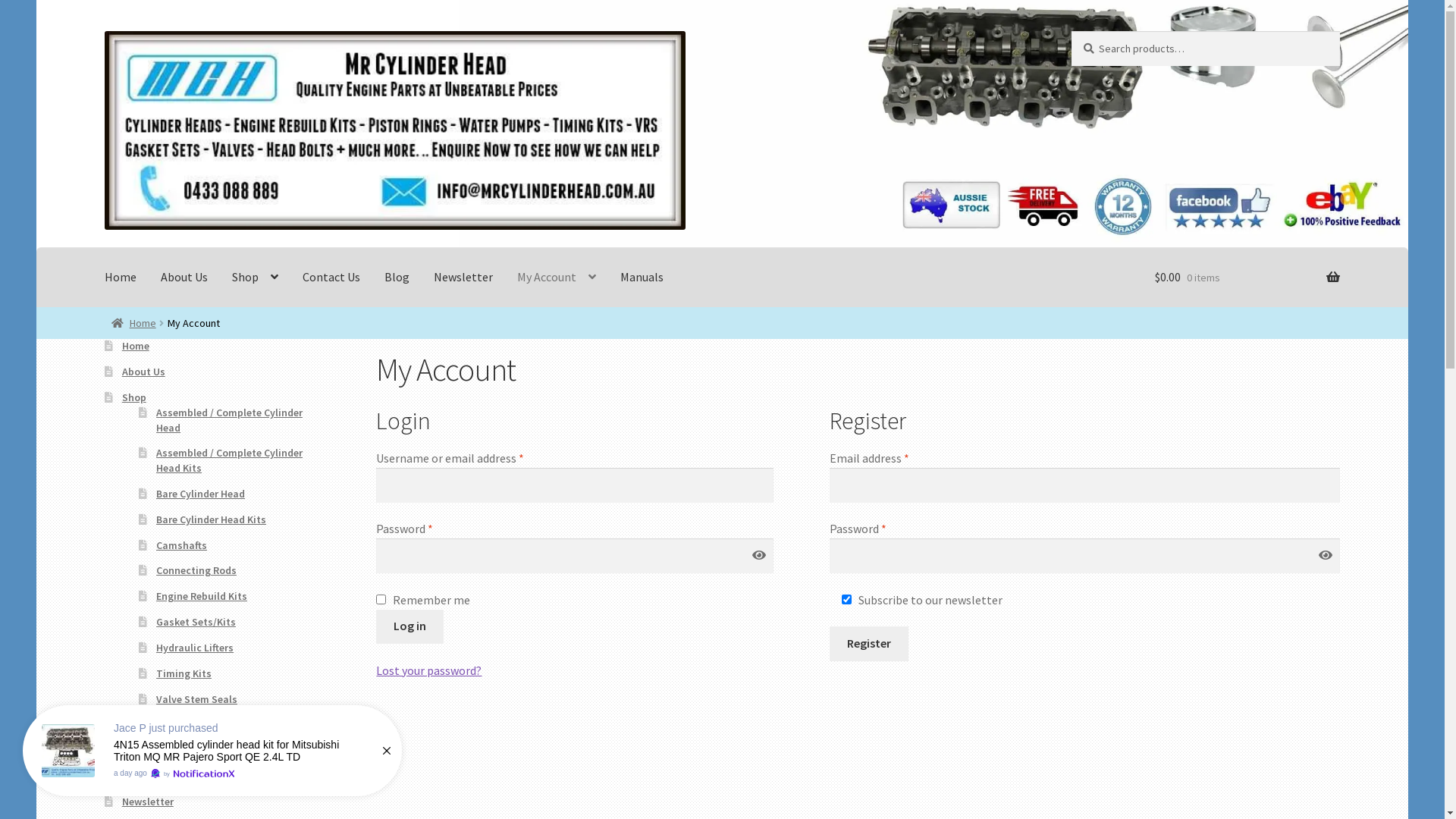 Image resolution: width=1456 pixels, height=819 pixels. What do you see at coordinates (642, 277) in the screenshot?
I see `'Manuals'` at bounding box center [642, 277].